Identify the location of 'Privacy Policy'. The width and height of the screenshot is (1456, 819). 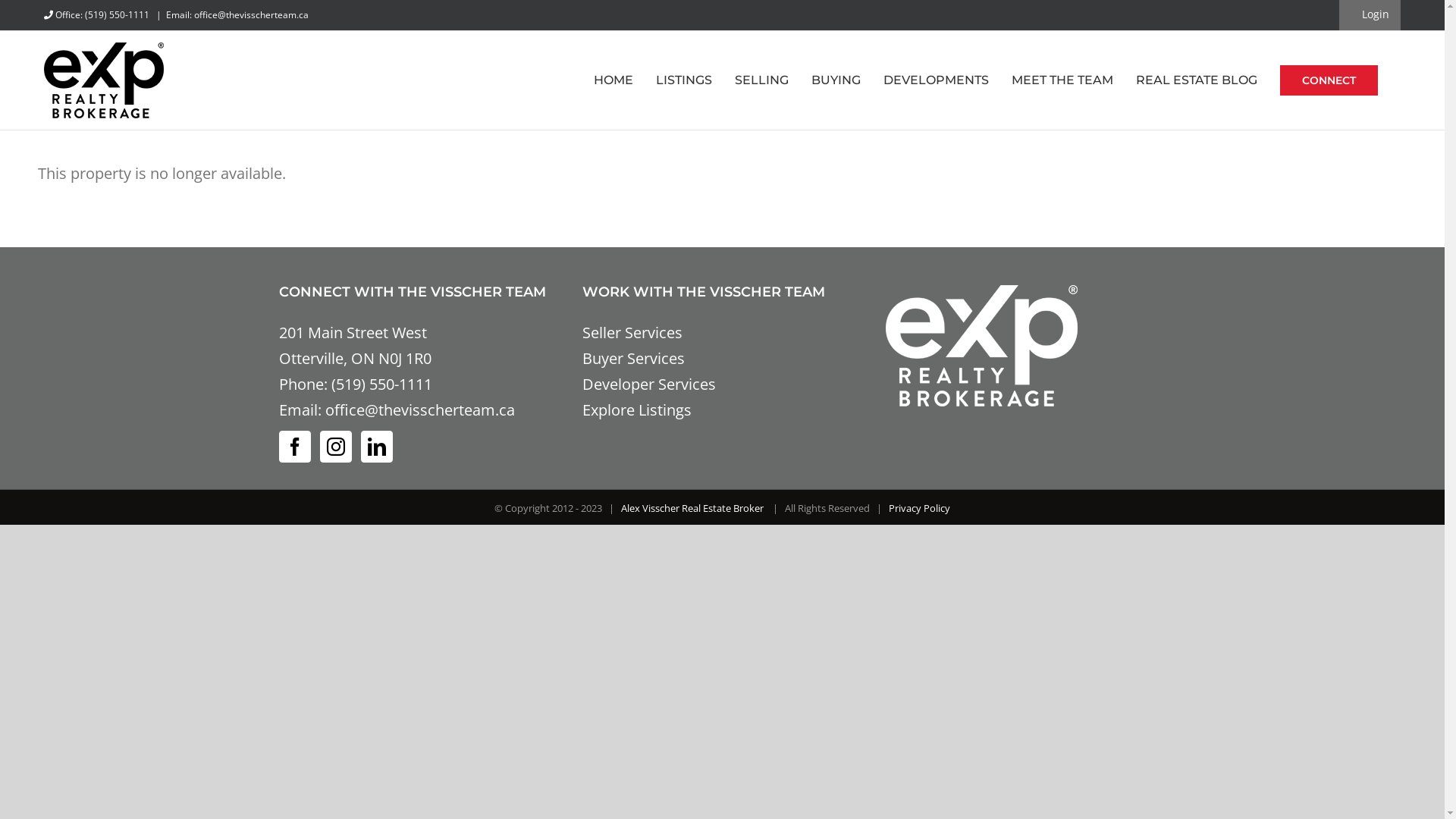
(918, 508).